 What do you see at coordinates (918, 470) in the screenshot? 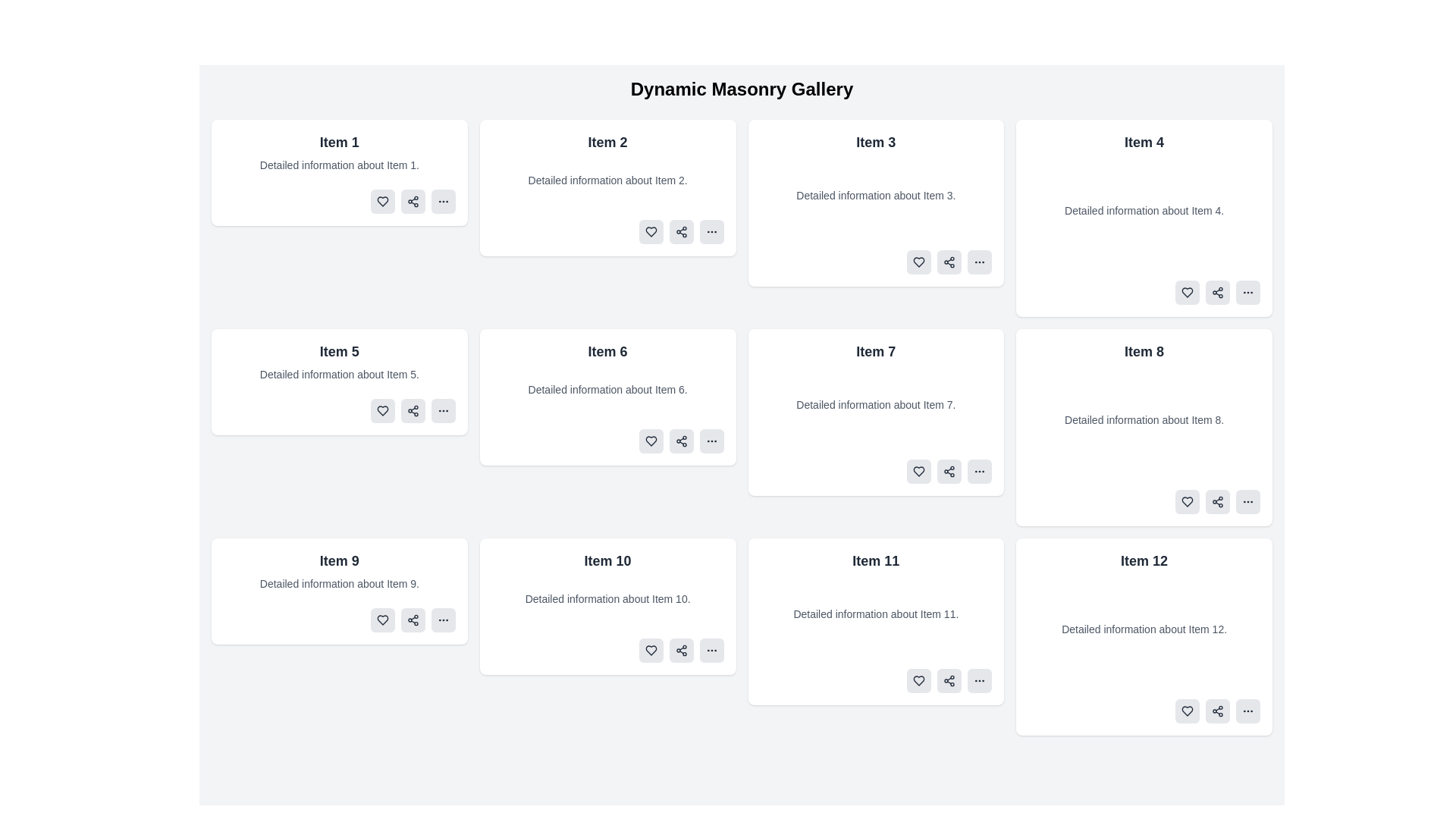
I see `the heart-shaped SVG icon used as a button for favoriting items, located within the 'Item 7' card, positioned below the descriptive text and to the left of the share button` at bounding box center [918, 470].